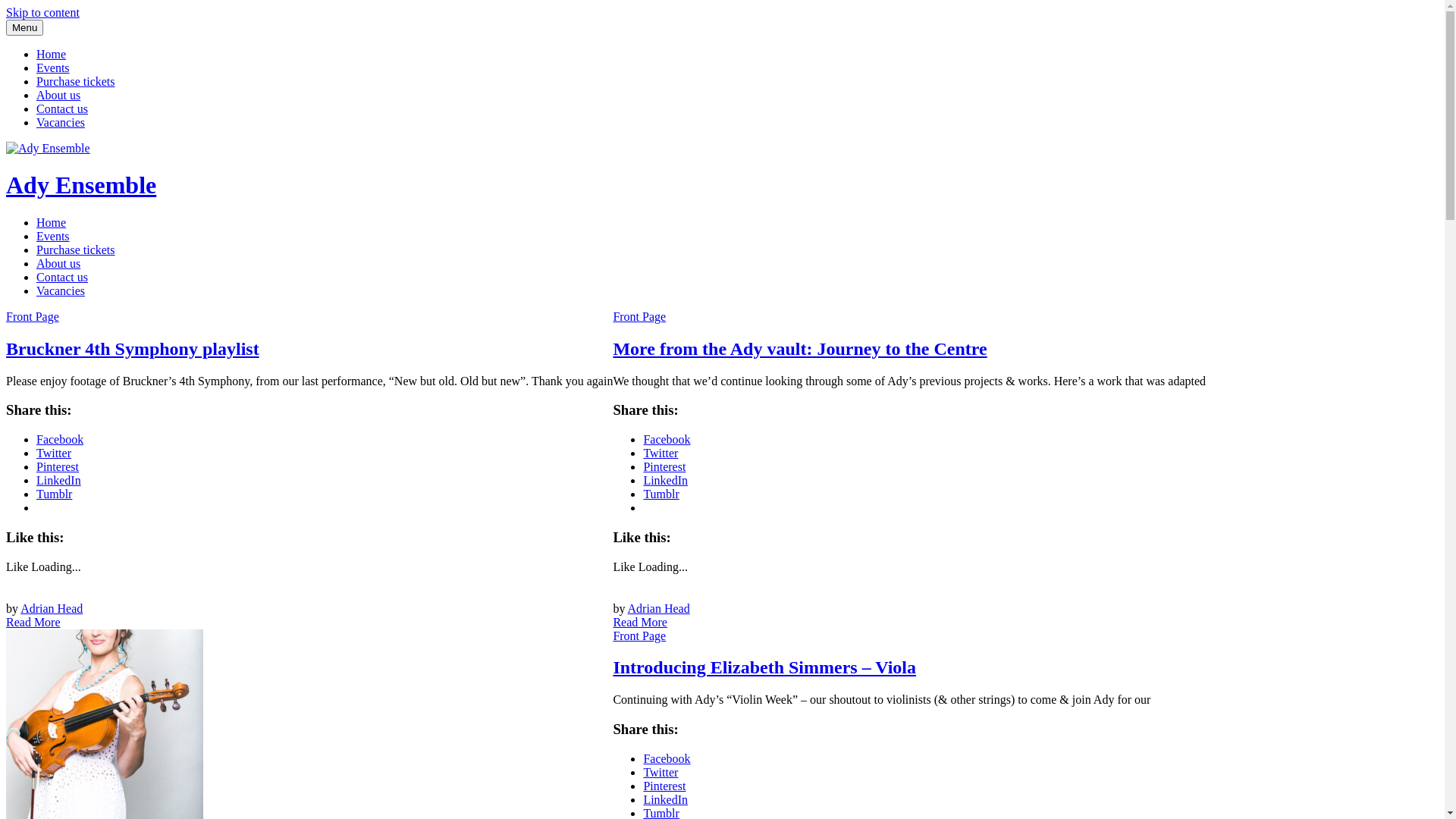 This screenshot has width=1456, height=819. I want to click on 'Purchase tickets', so click(75, 81).